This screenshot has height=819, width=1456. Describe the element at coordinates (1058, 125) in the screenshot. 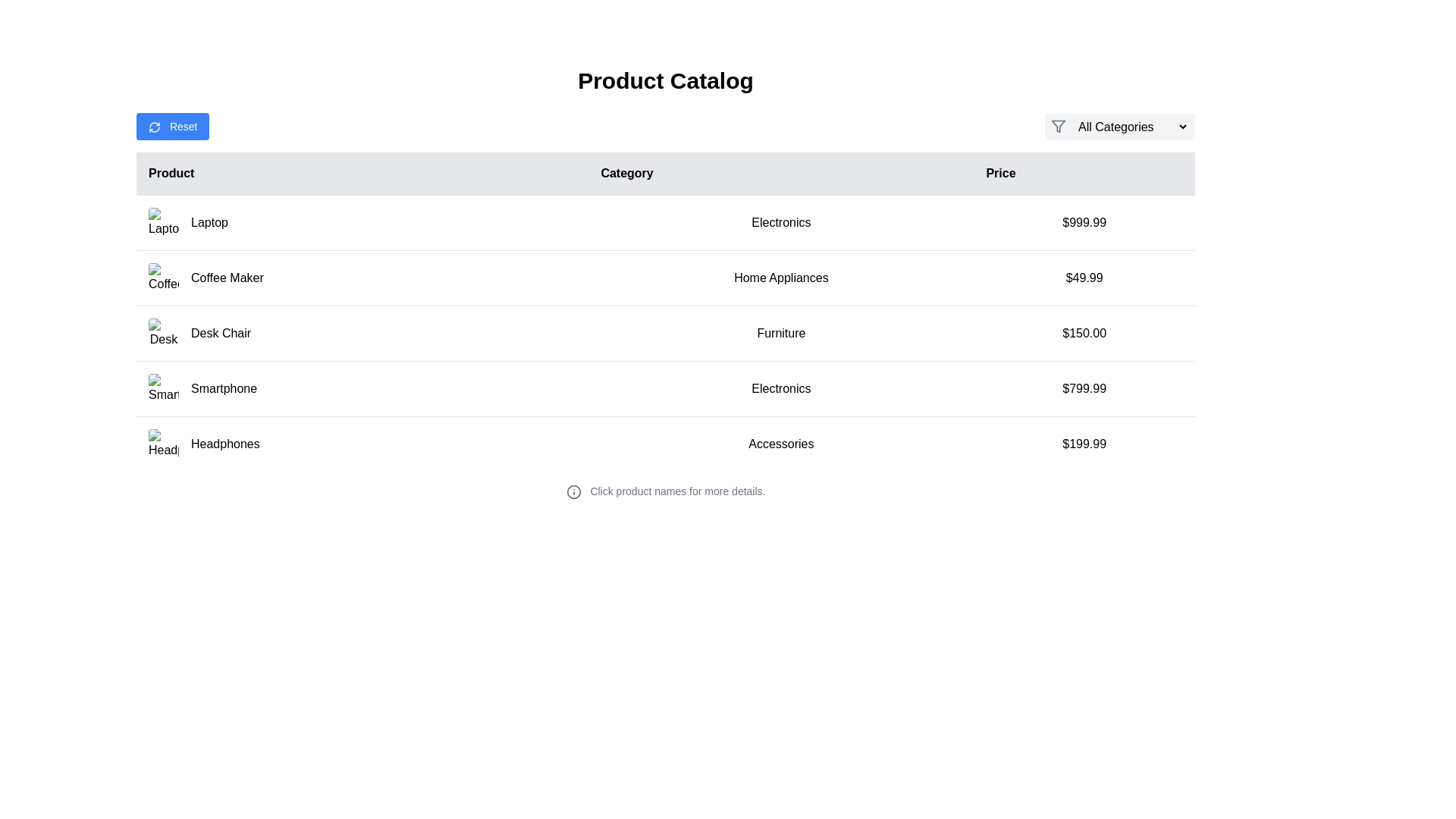

I see `the filter icon located in the top-right section of the interface, adjacent to the 'All Categories' dropdown menu` at that location.